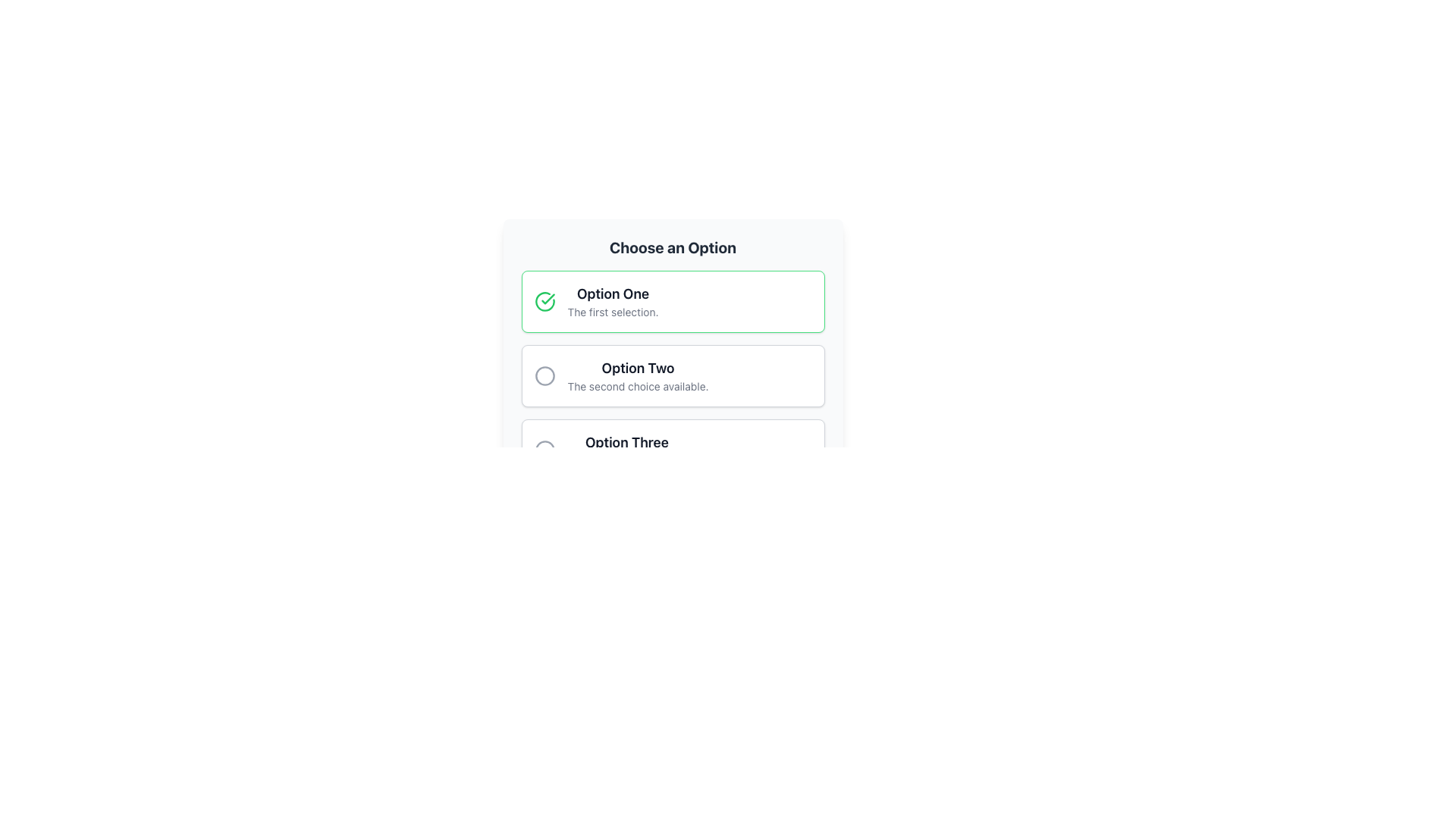  What do you see at coordinates (544, 375) in the screenshot?
I see `the circular outline graphic element located next to the left of the 'Option Two' in the vertical list of selectable options` at bounding box center [544, 375].